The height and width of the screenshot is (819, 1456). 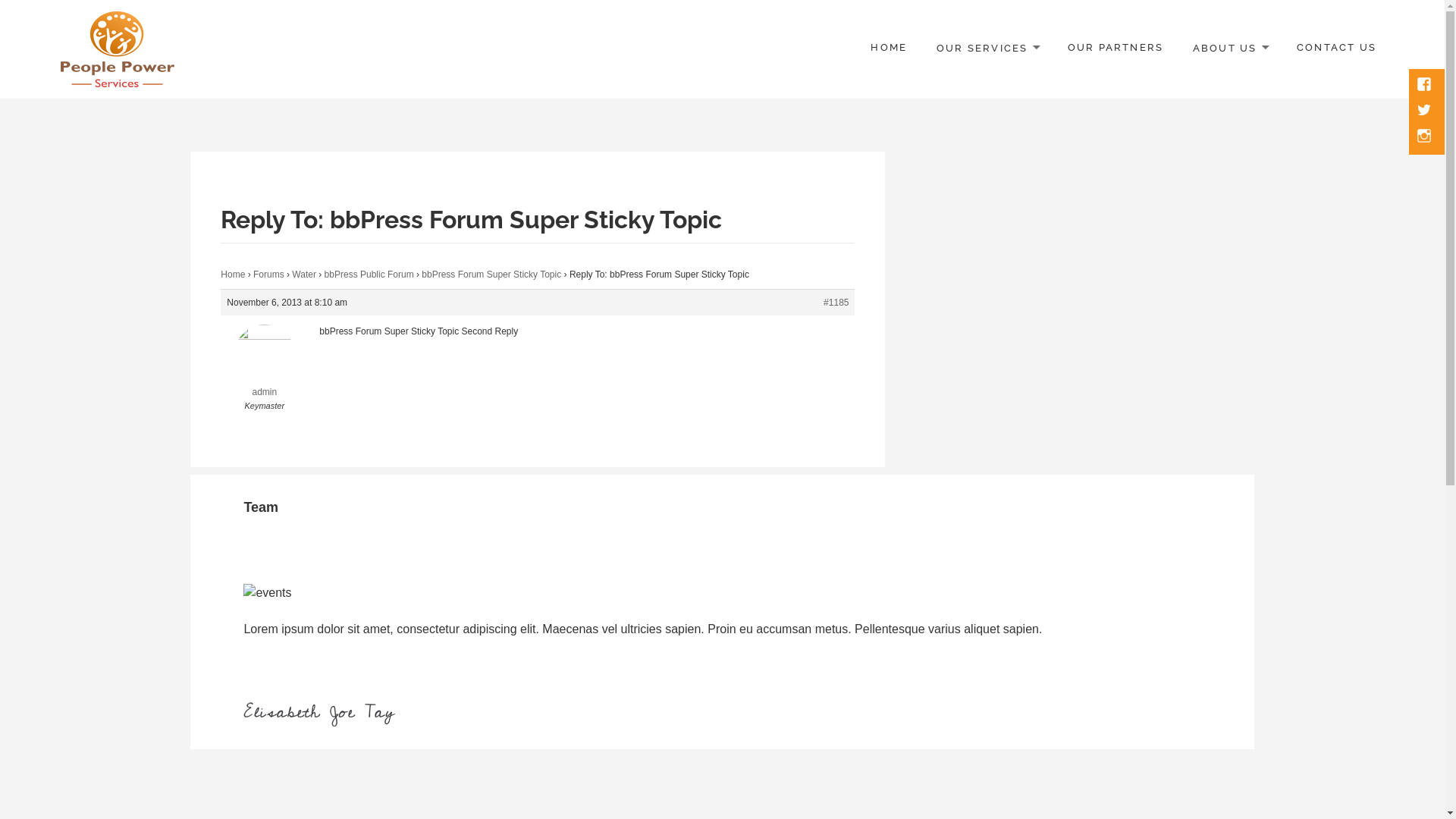 I want to click on 'OUR SERVICES', so click(x=987, y=48).